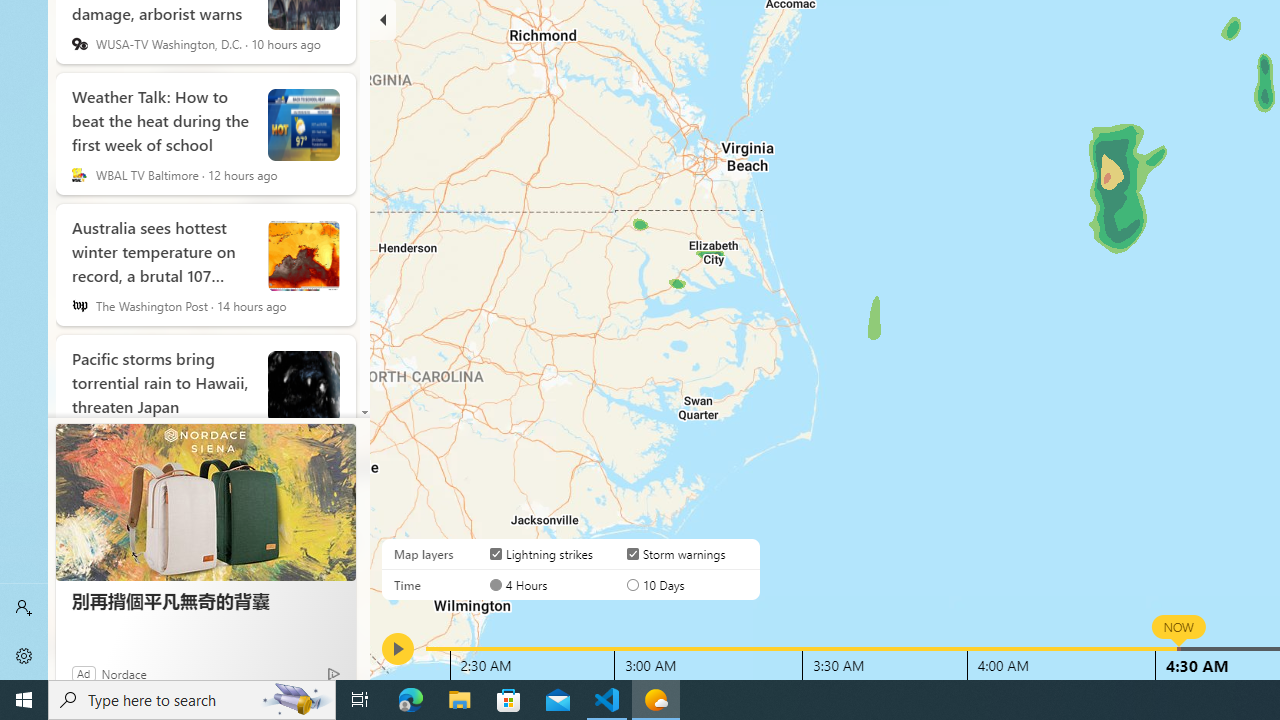  I want to click on 'Task View', so click(359, 698).